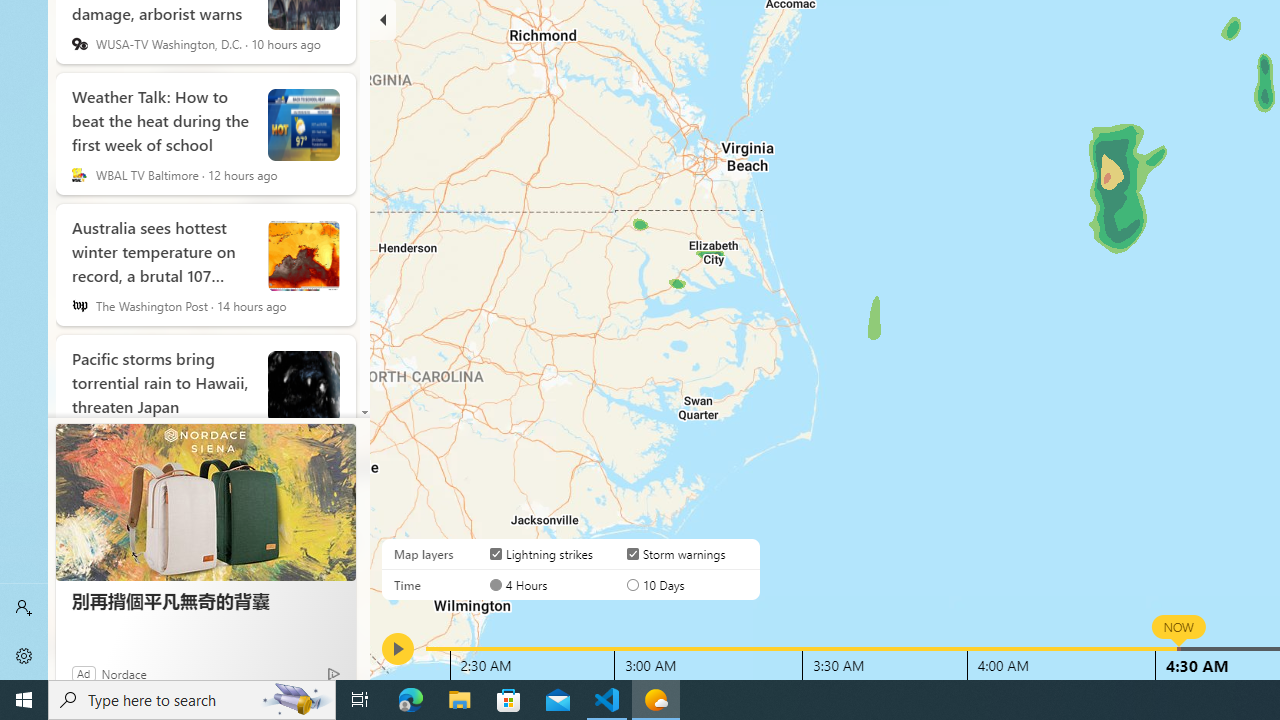  I want to click on 'Task View', so click(359, 698).